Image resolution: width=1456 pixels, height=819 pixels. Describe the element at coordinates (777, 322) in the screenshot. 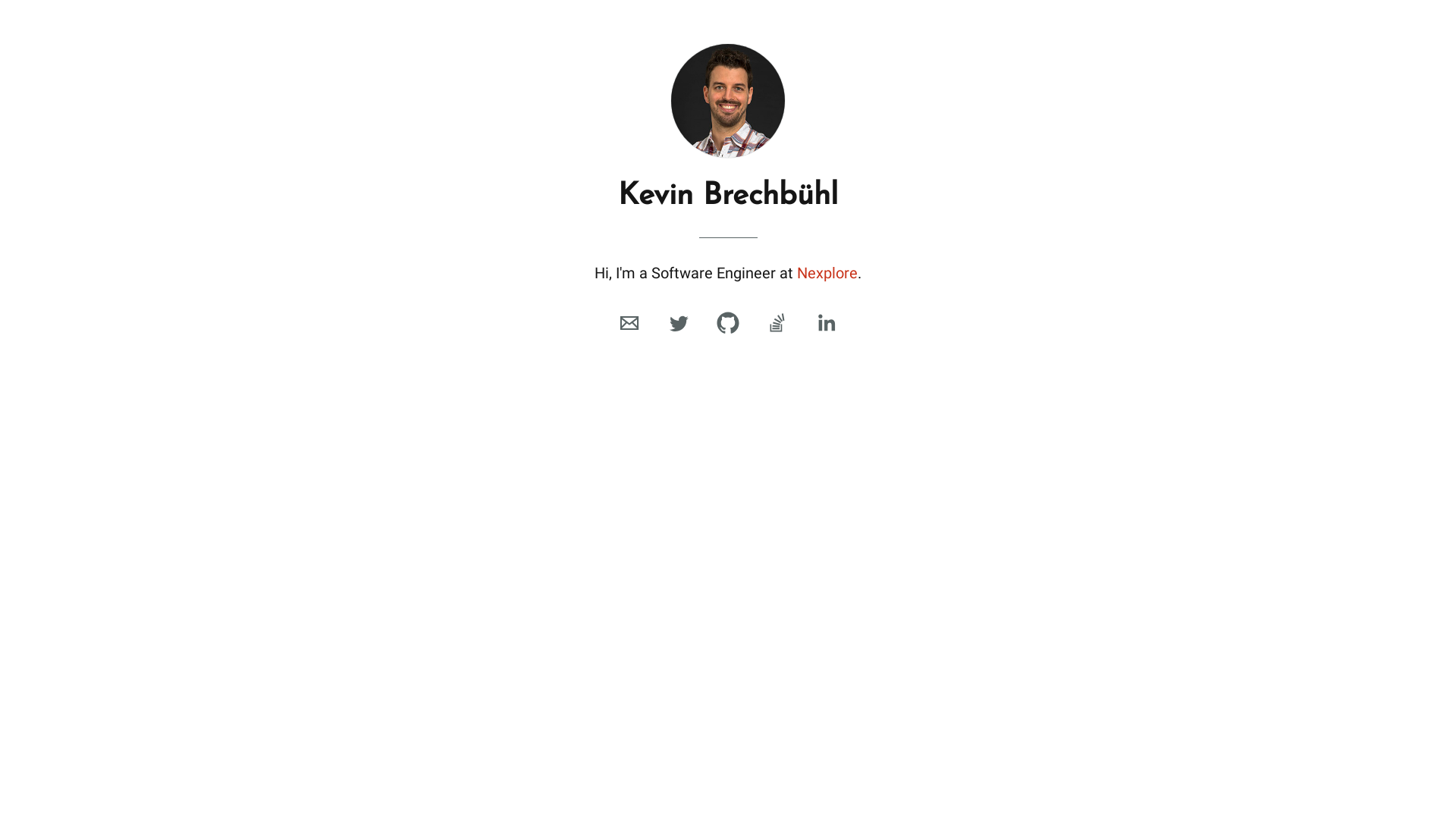

I see `'Stack Overflow'` at that location.